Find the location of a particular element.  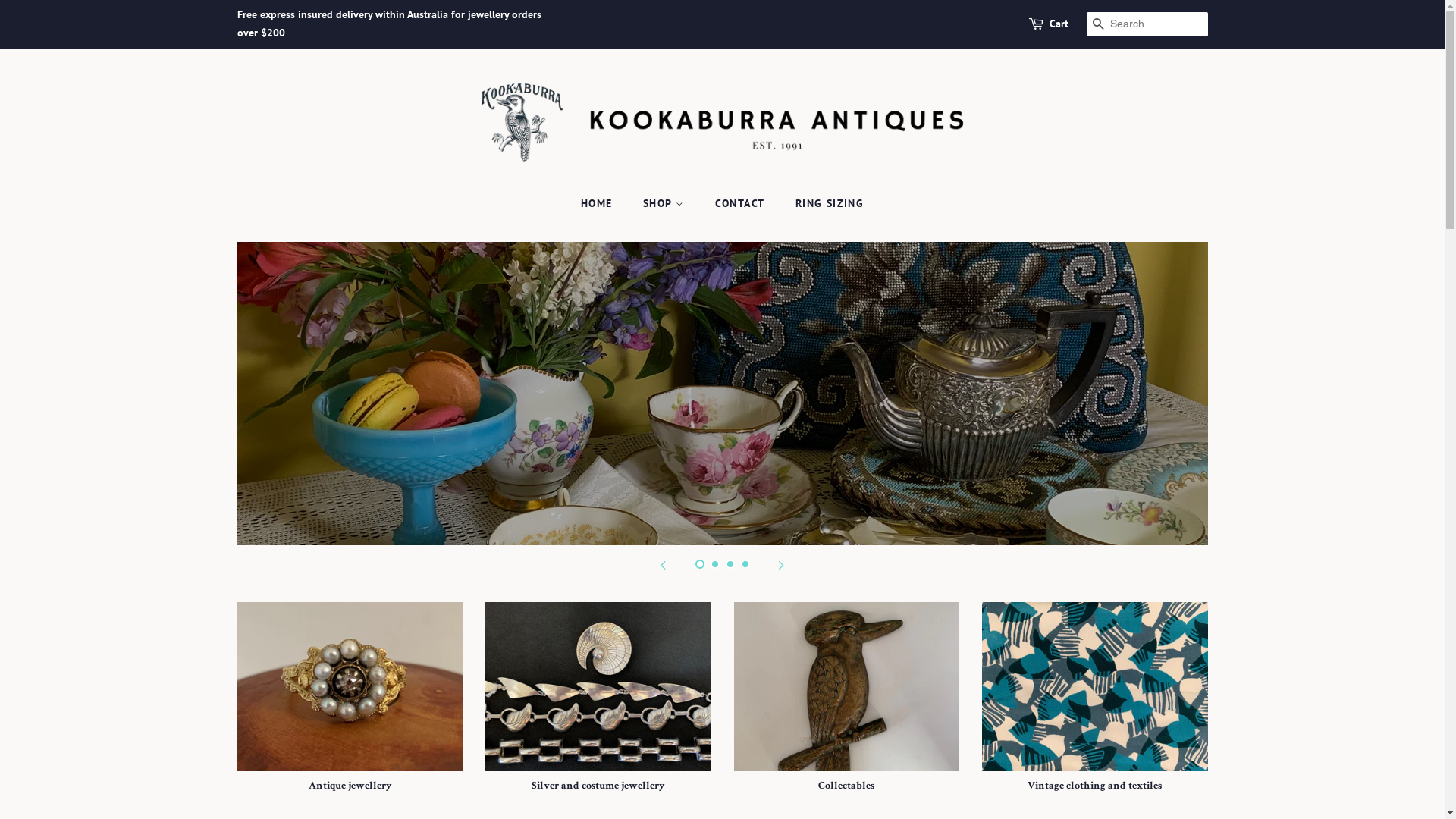

'Cart' is located at coordinates (1058, 24).